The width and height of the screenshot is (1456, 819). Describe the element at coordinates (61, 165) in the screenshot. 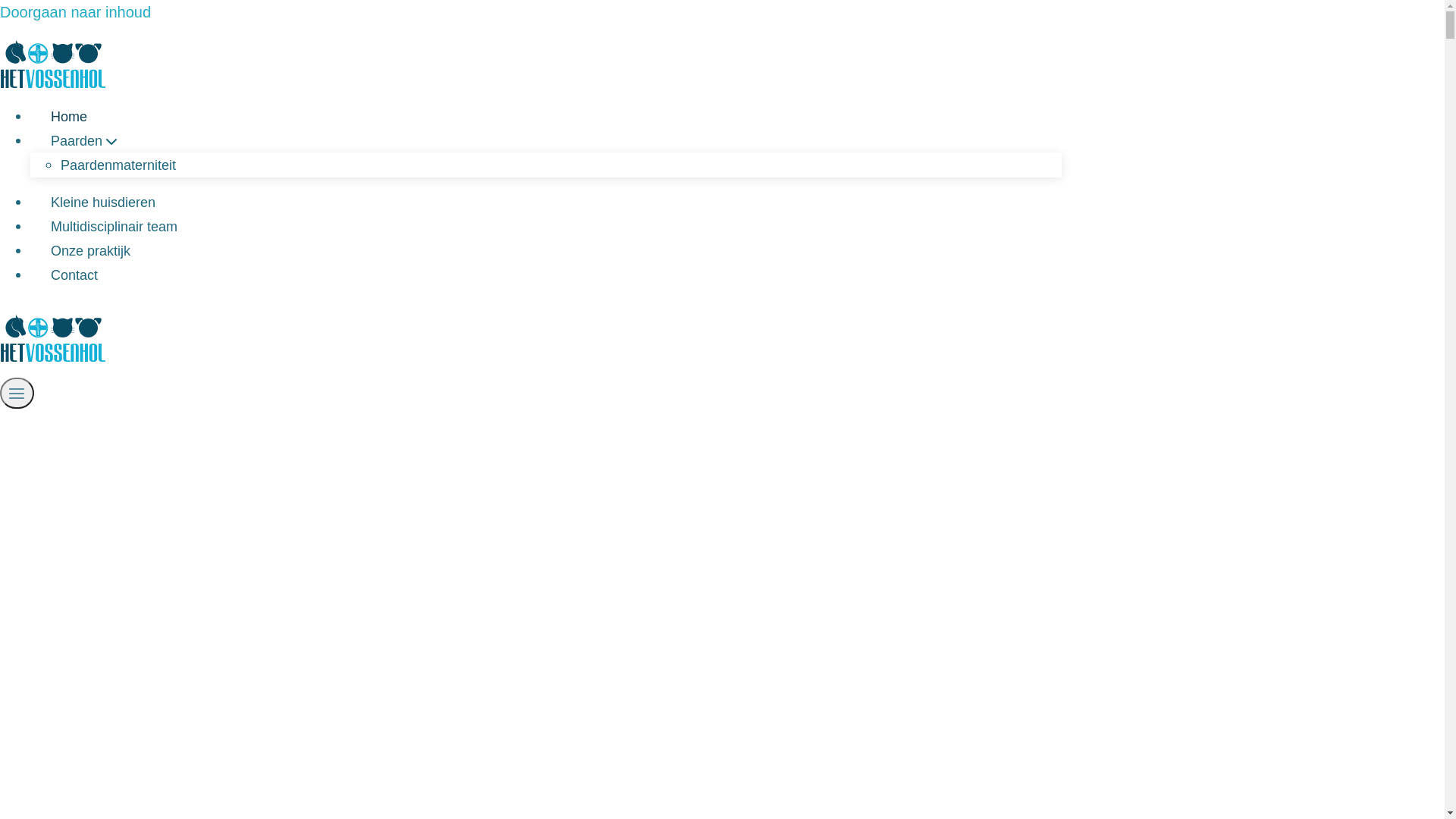

I see `'Paardenmaterniteit'` at that location.